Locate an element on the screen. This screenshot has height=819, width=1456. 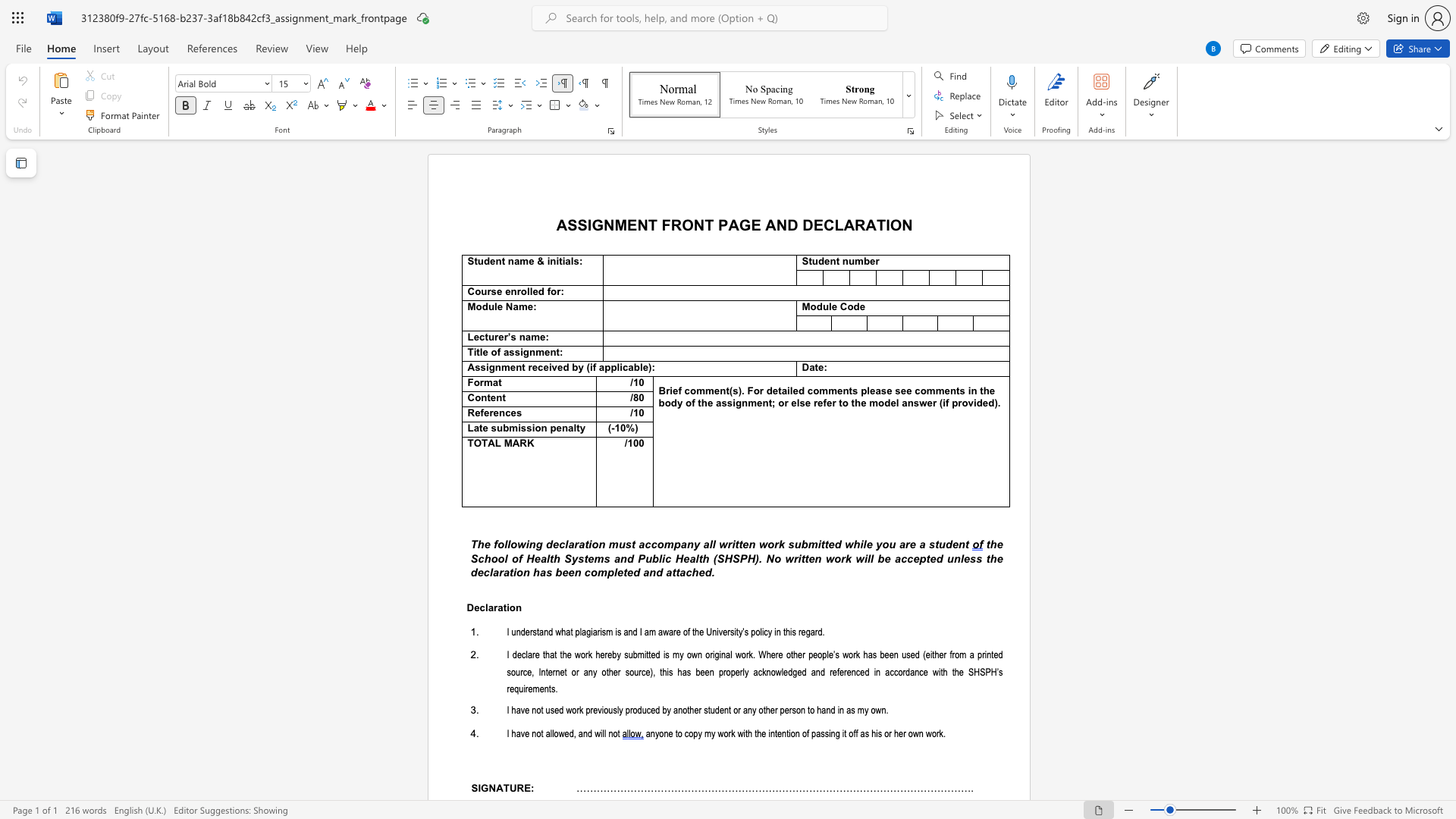
the 2th character "n" in the text is located at coordinates (844, 260).